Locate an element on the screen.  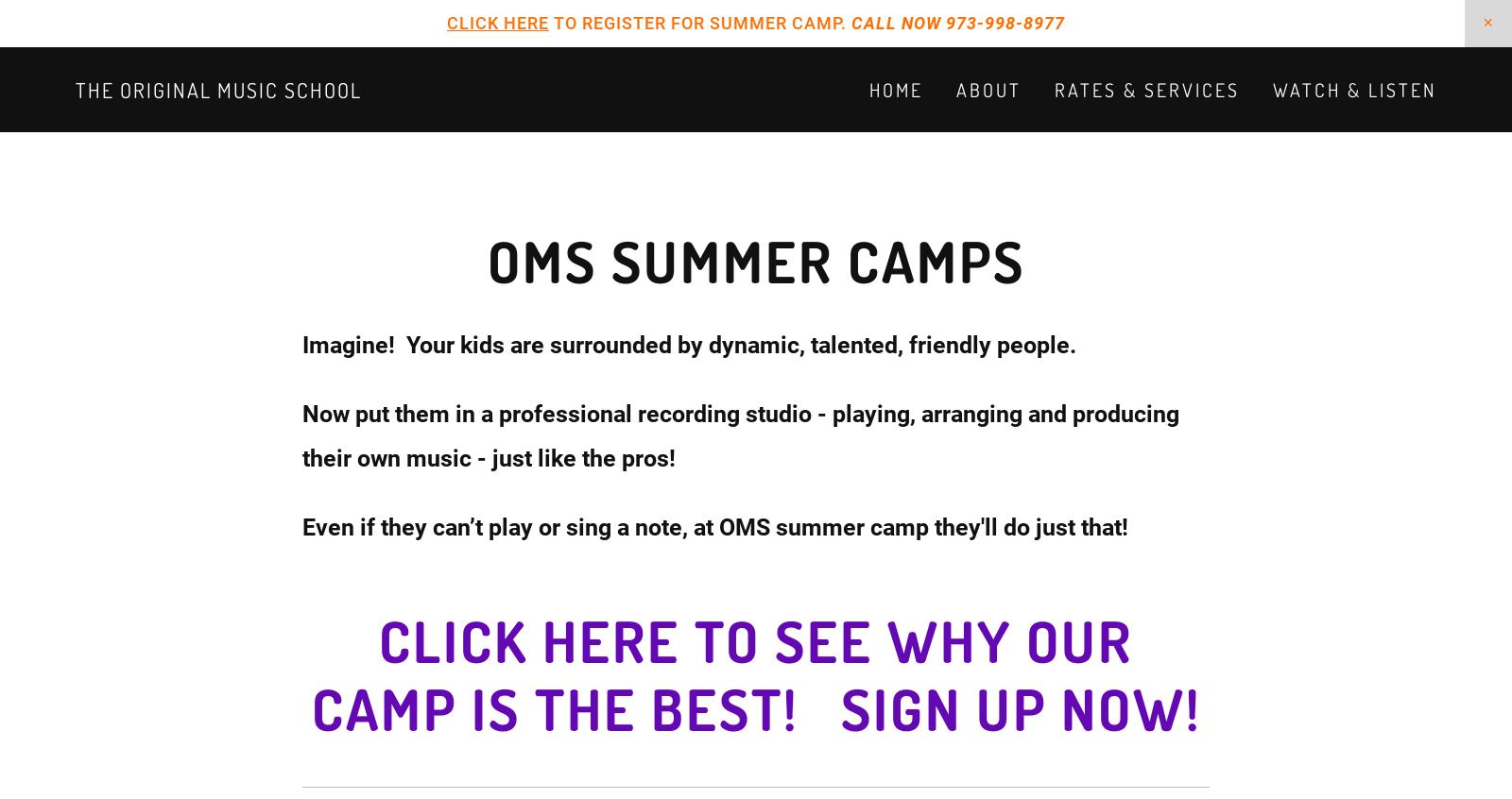
'THE ORIGINAL MUSIC SCHOOL' is located at coordinates (75, 90).